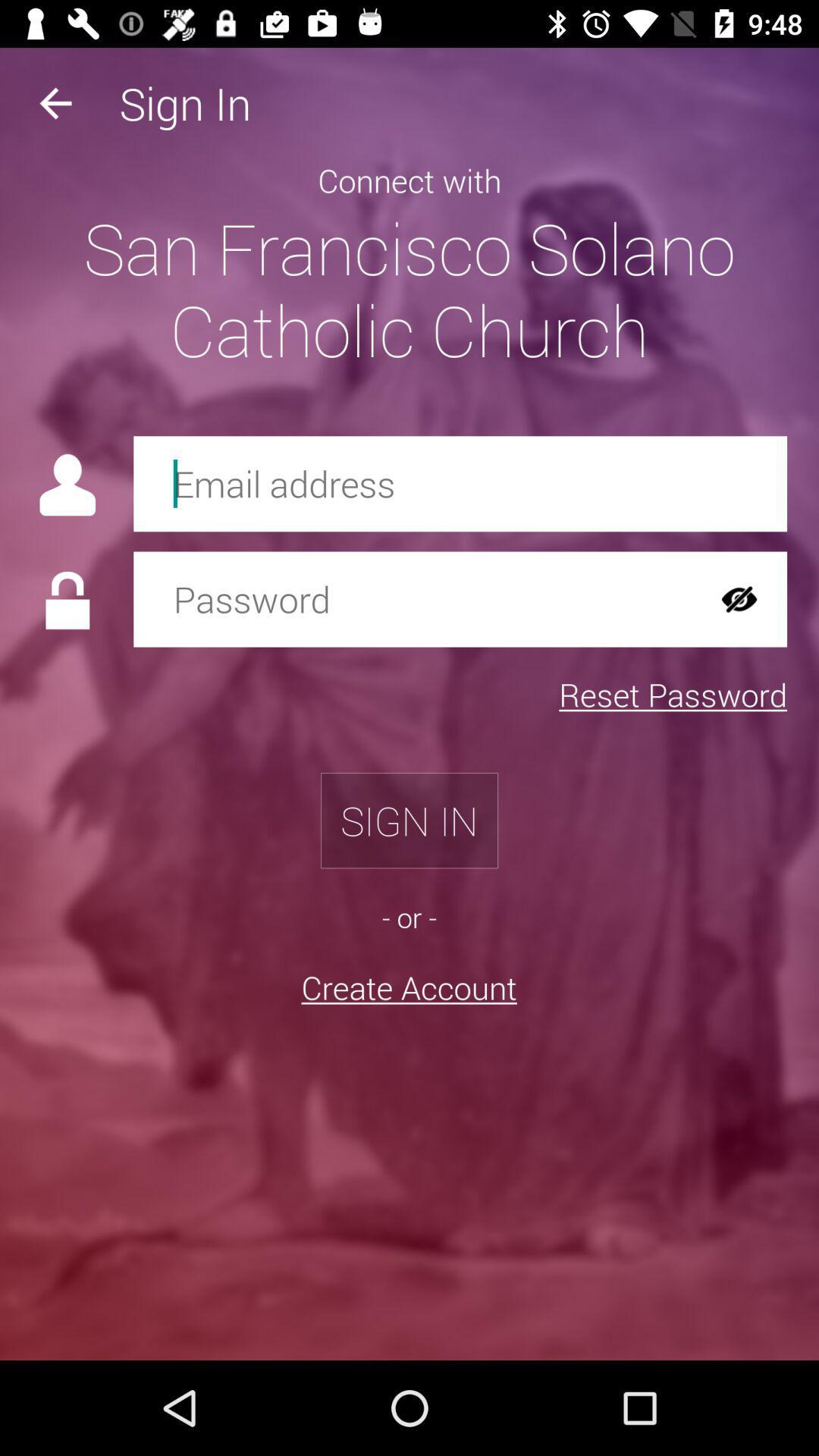 Image resolution: width=819 pixels, height=1456 pixels. Describe the element at coordinates (413, 598) in the screenshot. I see `the password` at that location.